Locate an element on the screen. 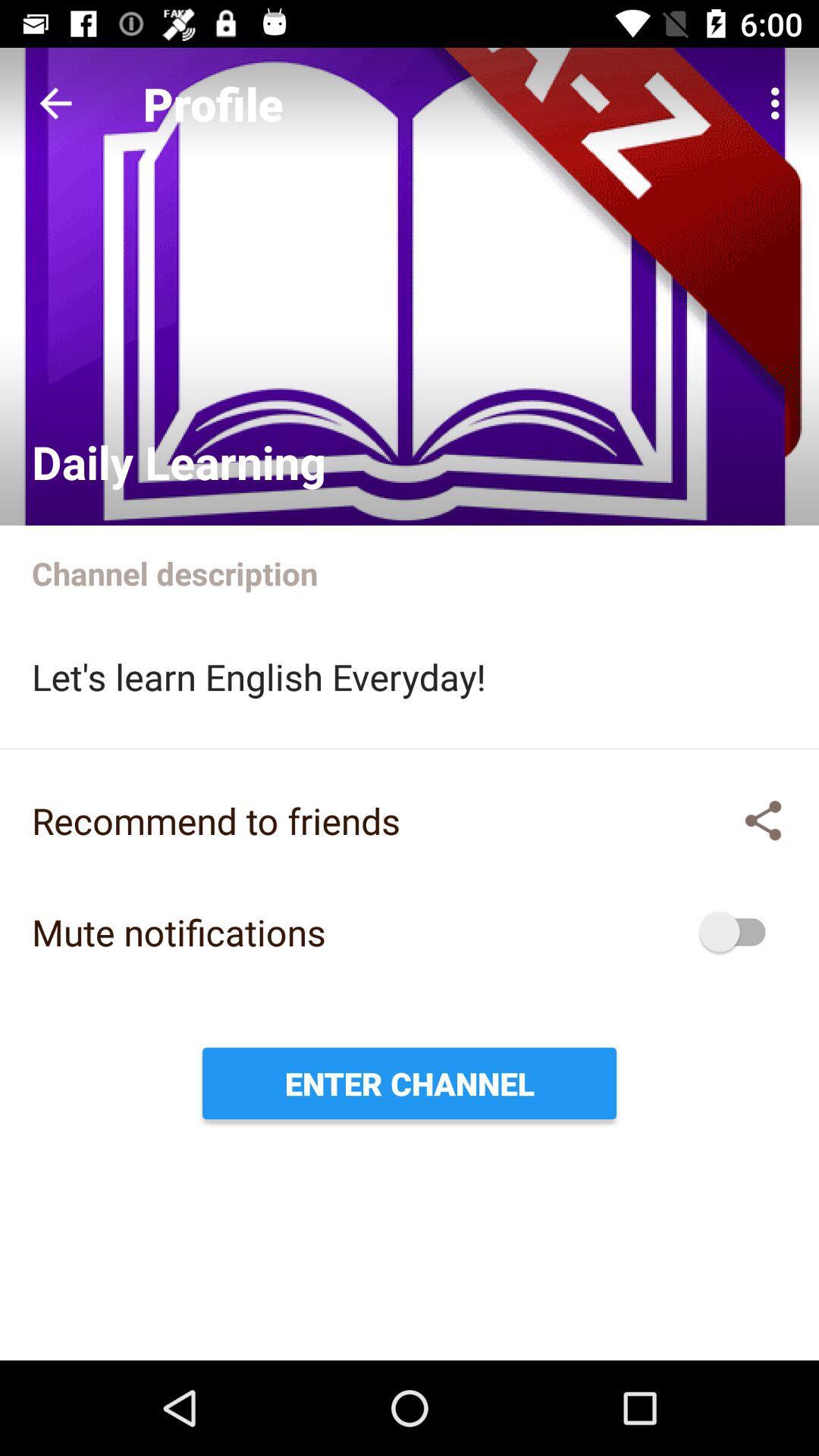 This screenshot has height=1456, width=819. check profile is located at coordinates (409, 287).